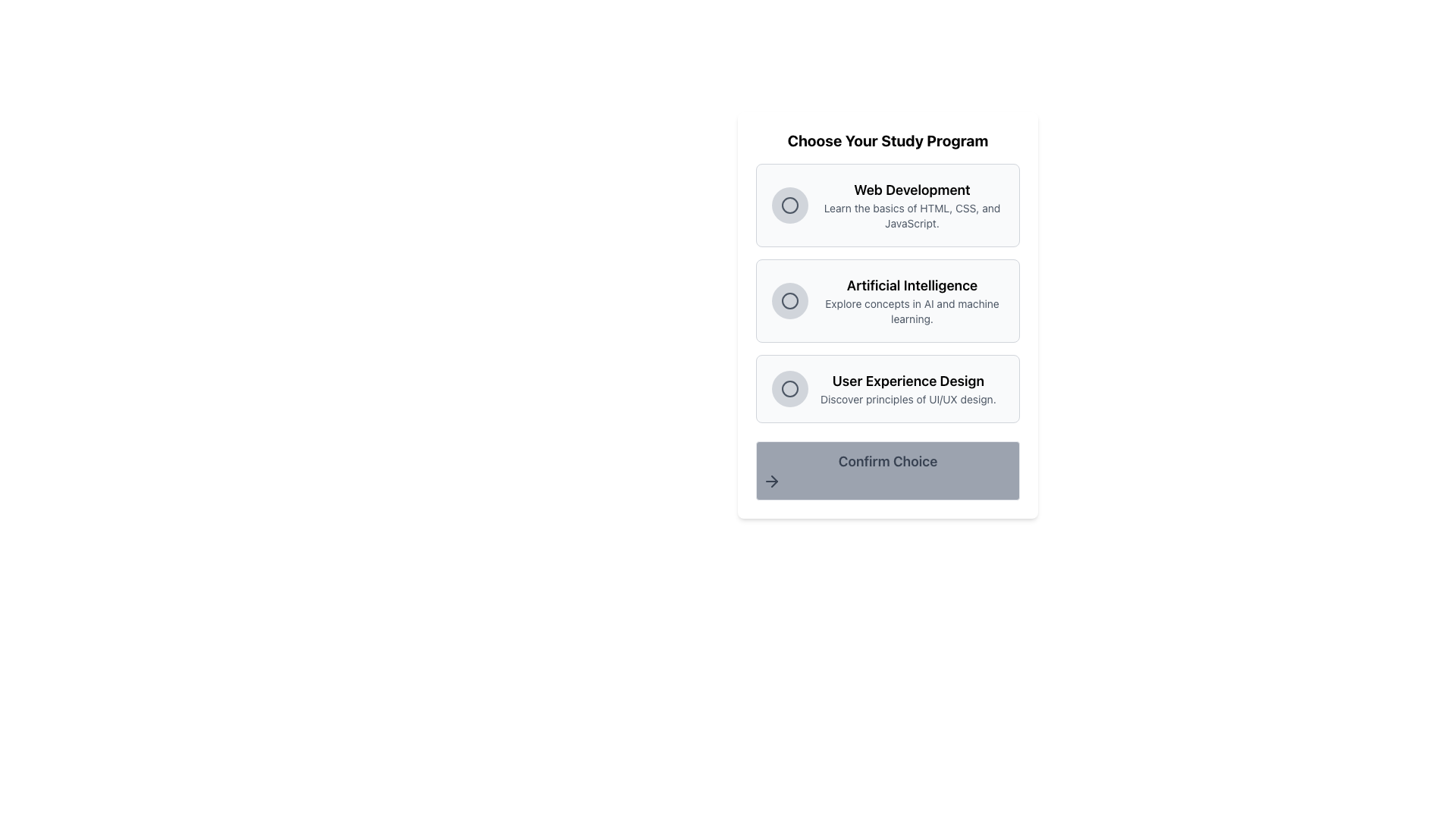 This screenshot has width=1456, height=819. Describe the element at coordinates (789, 301) in the screenshot. I see `the circular outline radio button icon with a gray stroke located to the left of the 'Artificial Intelligence' option label` at that location.